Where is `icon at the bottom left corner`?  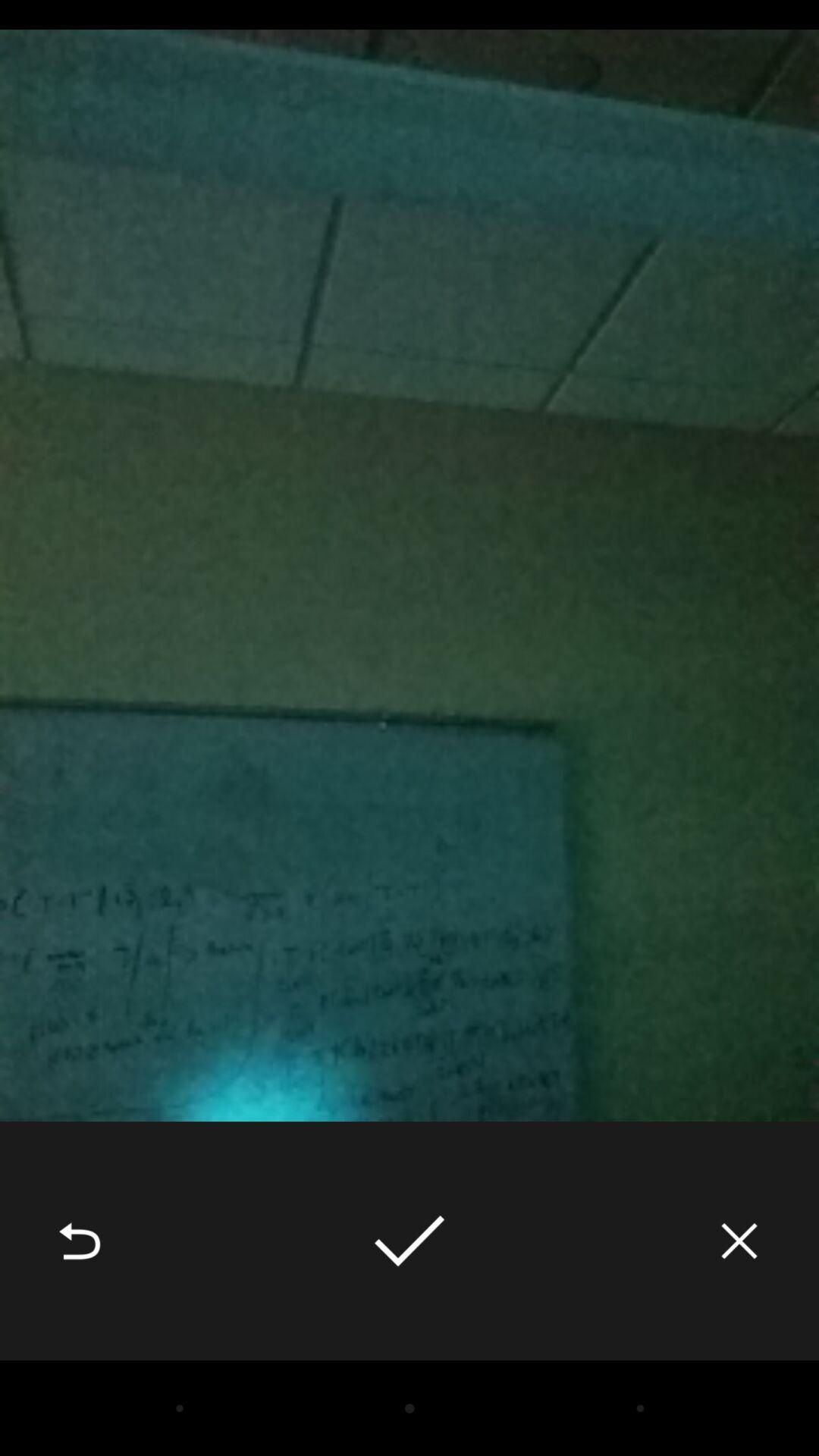 icon at the bottom left corner is located at coordinates (79, 1241).